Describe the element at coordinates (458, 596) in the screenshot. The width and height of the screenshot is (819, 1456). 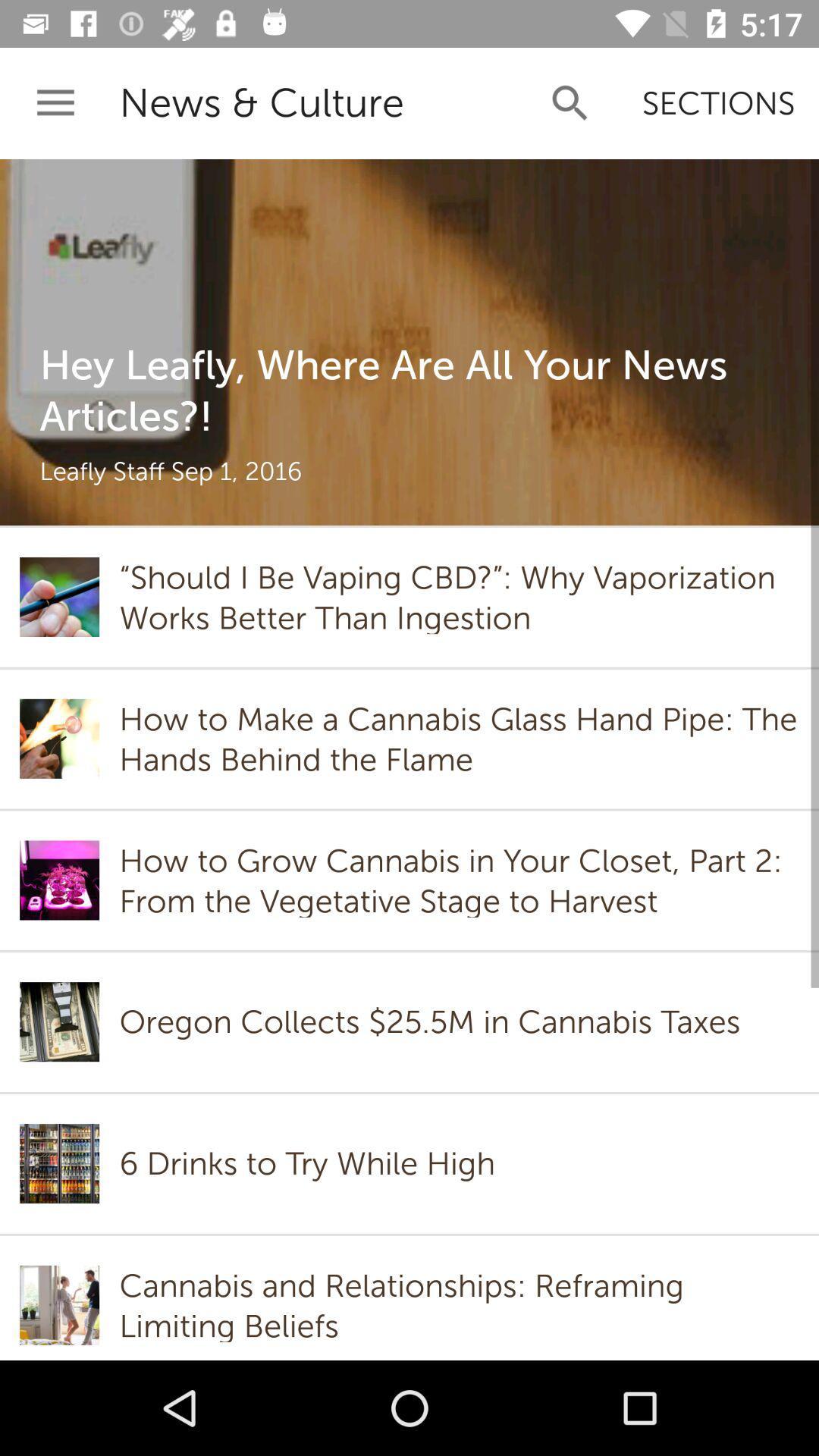
I see `should i be` at that location.